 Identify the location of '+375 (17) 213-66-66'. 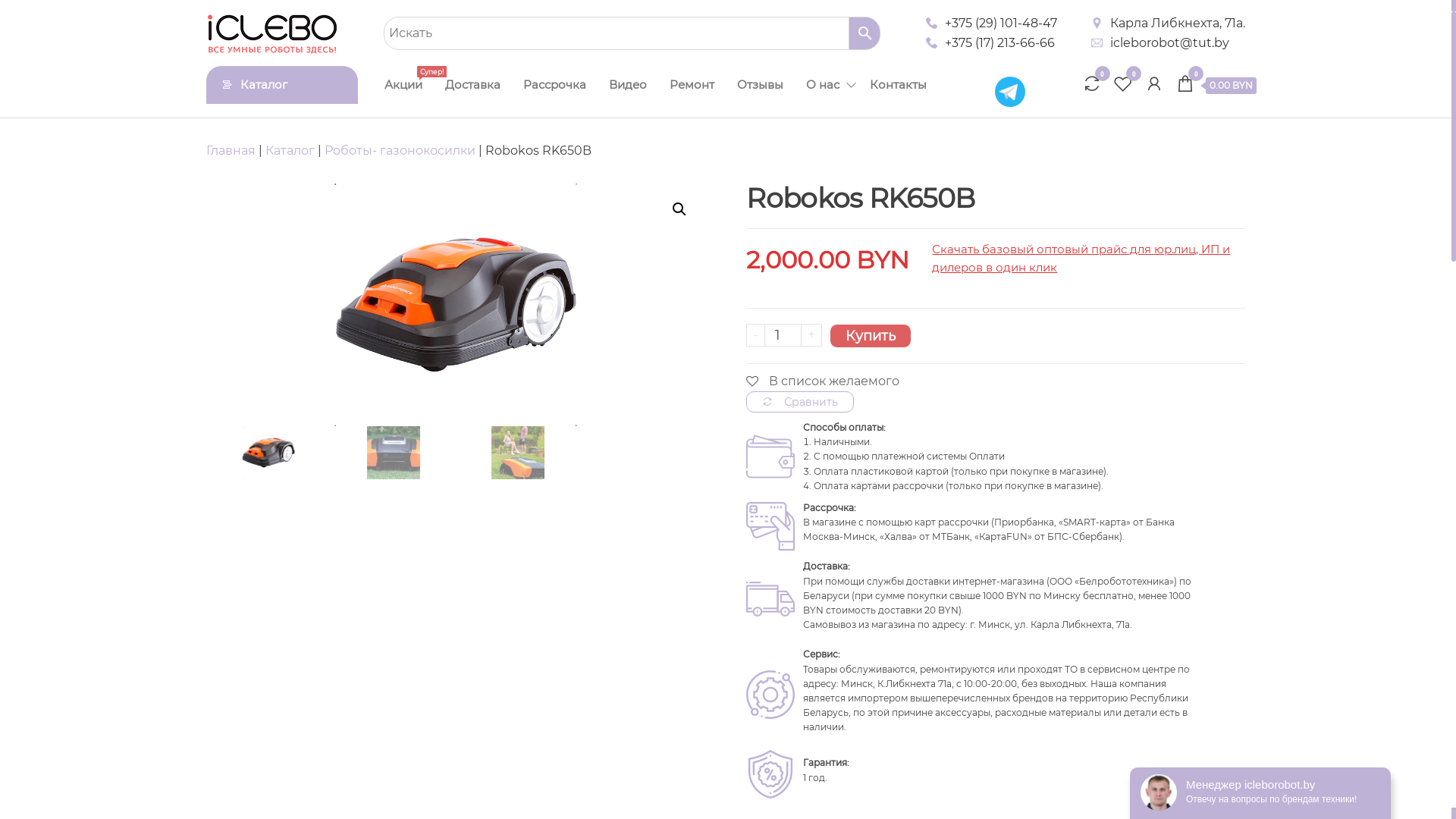
(999, 42).